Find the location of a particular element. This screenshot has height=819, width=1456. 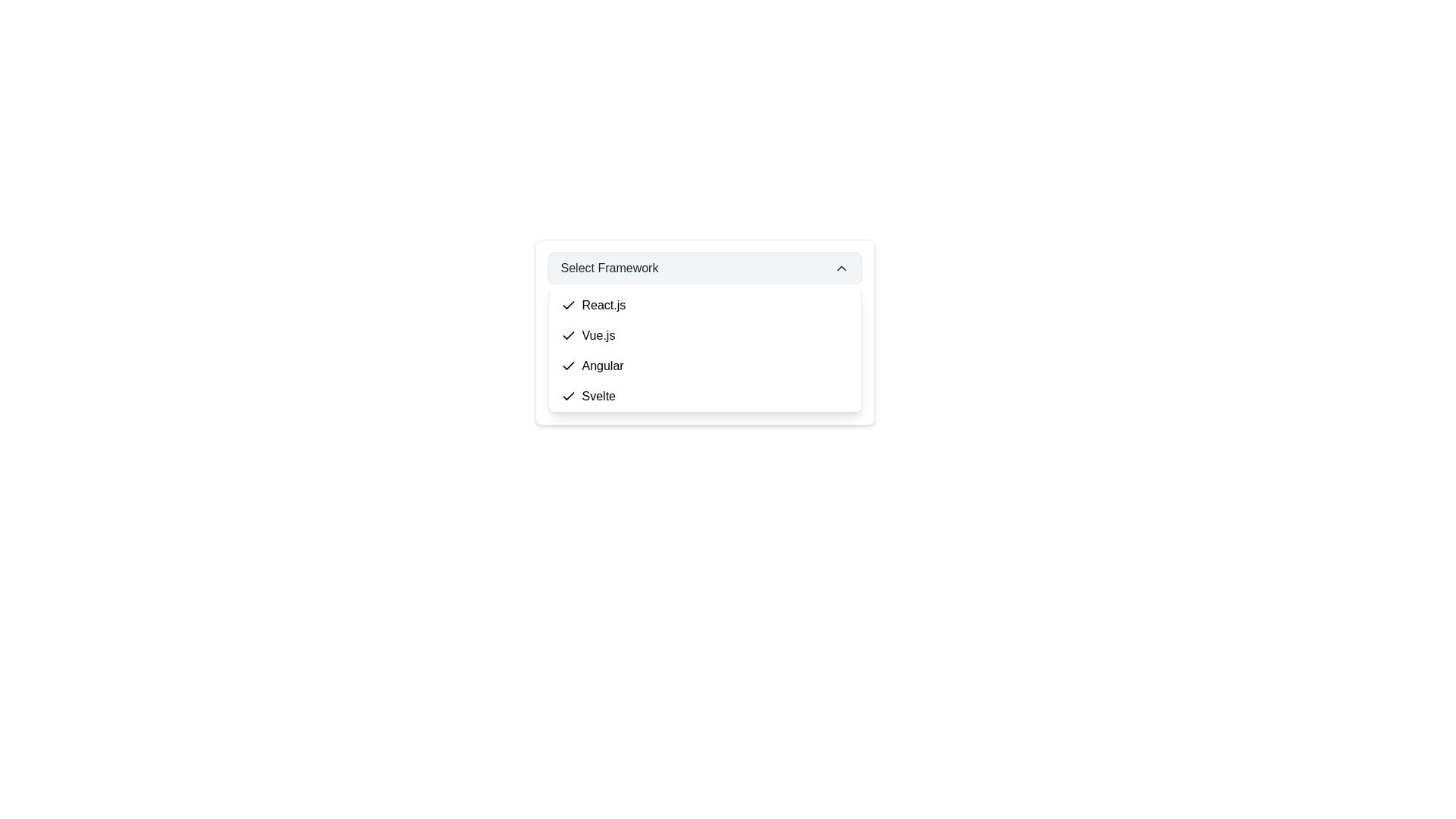

the selected checkmark icon located to the left of the 'React.js' text in the dropdown menu labeled 'Select Framework' is located at coordinates (567, 305).